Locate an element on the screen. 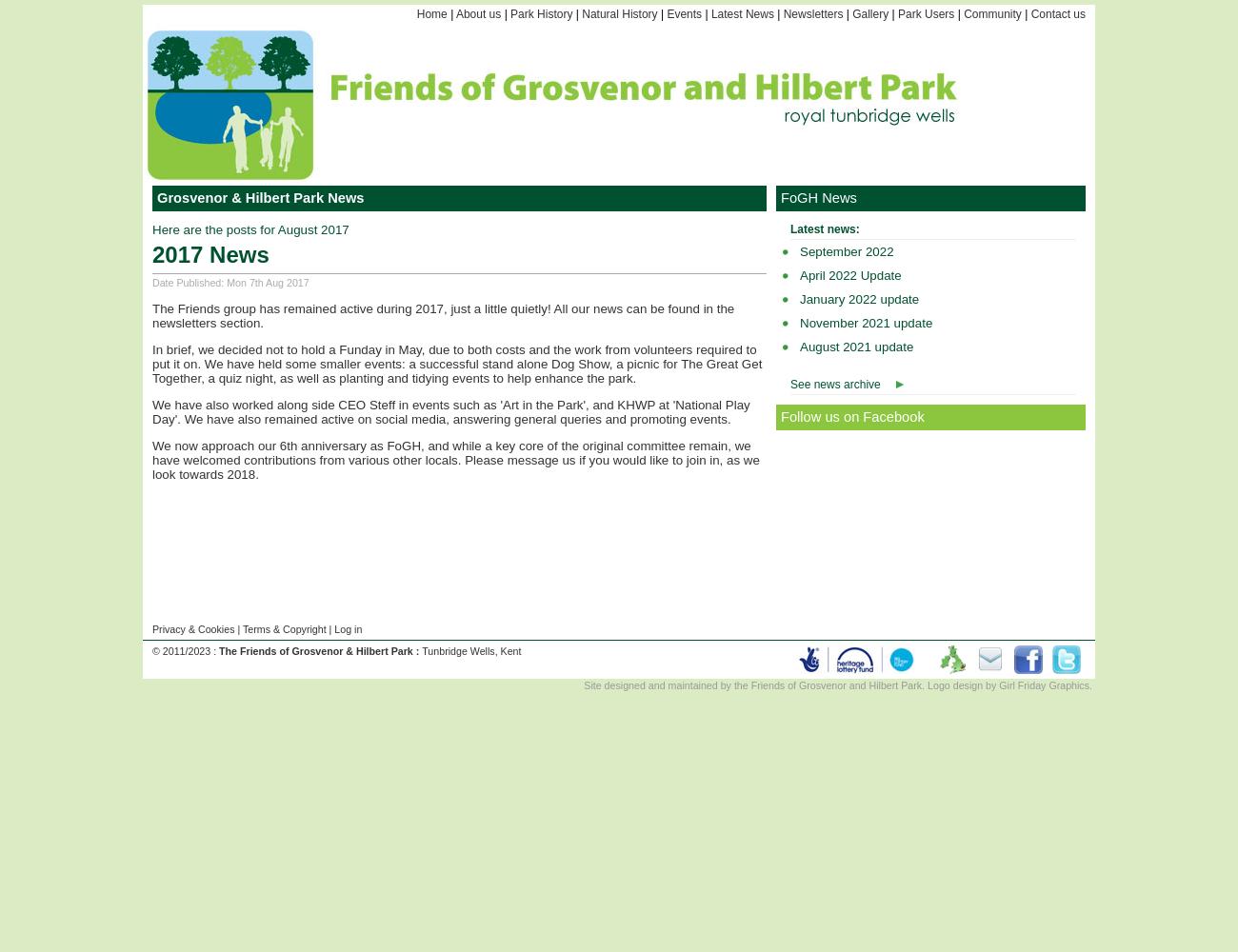 This screenshot has width=1238, height=952. 'Park Users' is located at coordinates (898, 14).